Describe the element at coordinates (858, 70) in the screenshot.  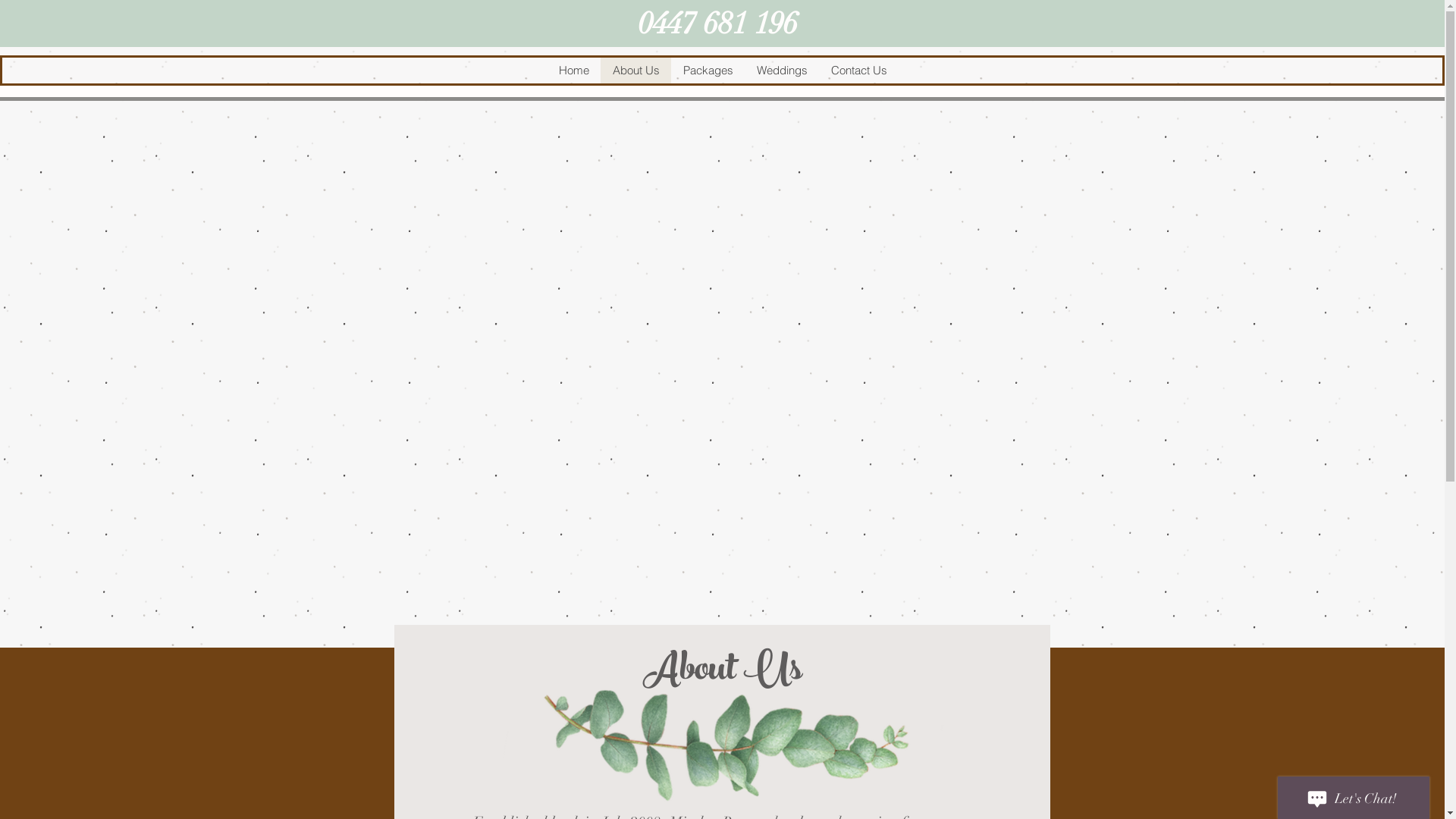
I see `'Contact Us'` at that location.